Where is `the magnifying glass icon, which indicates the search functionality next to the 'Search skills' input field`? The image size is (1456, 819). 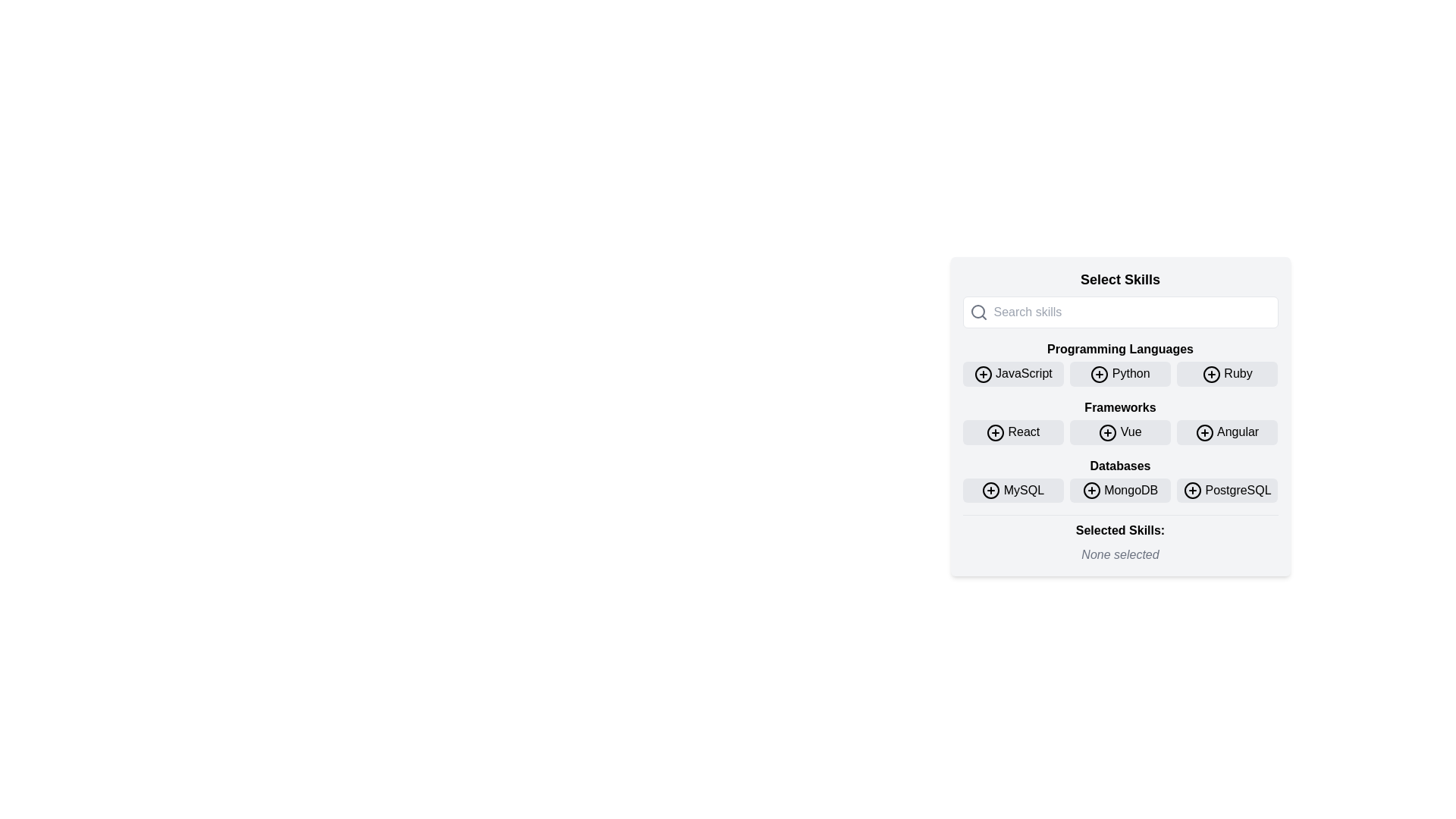
the magnifying glass icon, which indicates the search functionality next to the 'Search skills' input field is located at coordinates (978, 312).